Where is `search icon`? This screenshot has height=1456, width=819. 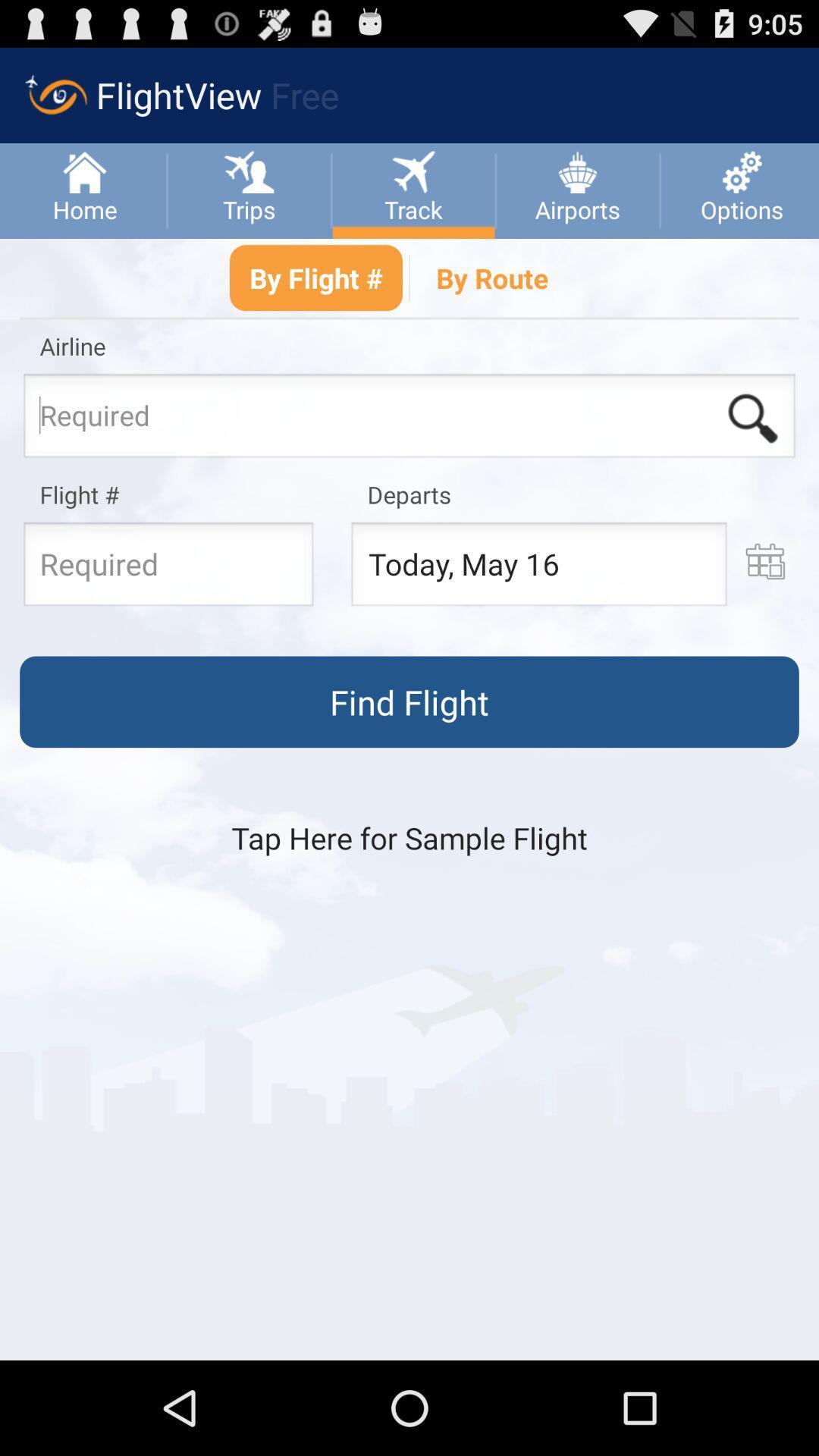 search icon is located at coordinates (752, 419).